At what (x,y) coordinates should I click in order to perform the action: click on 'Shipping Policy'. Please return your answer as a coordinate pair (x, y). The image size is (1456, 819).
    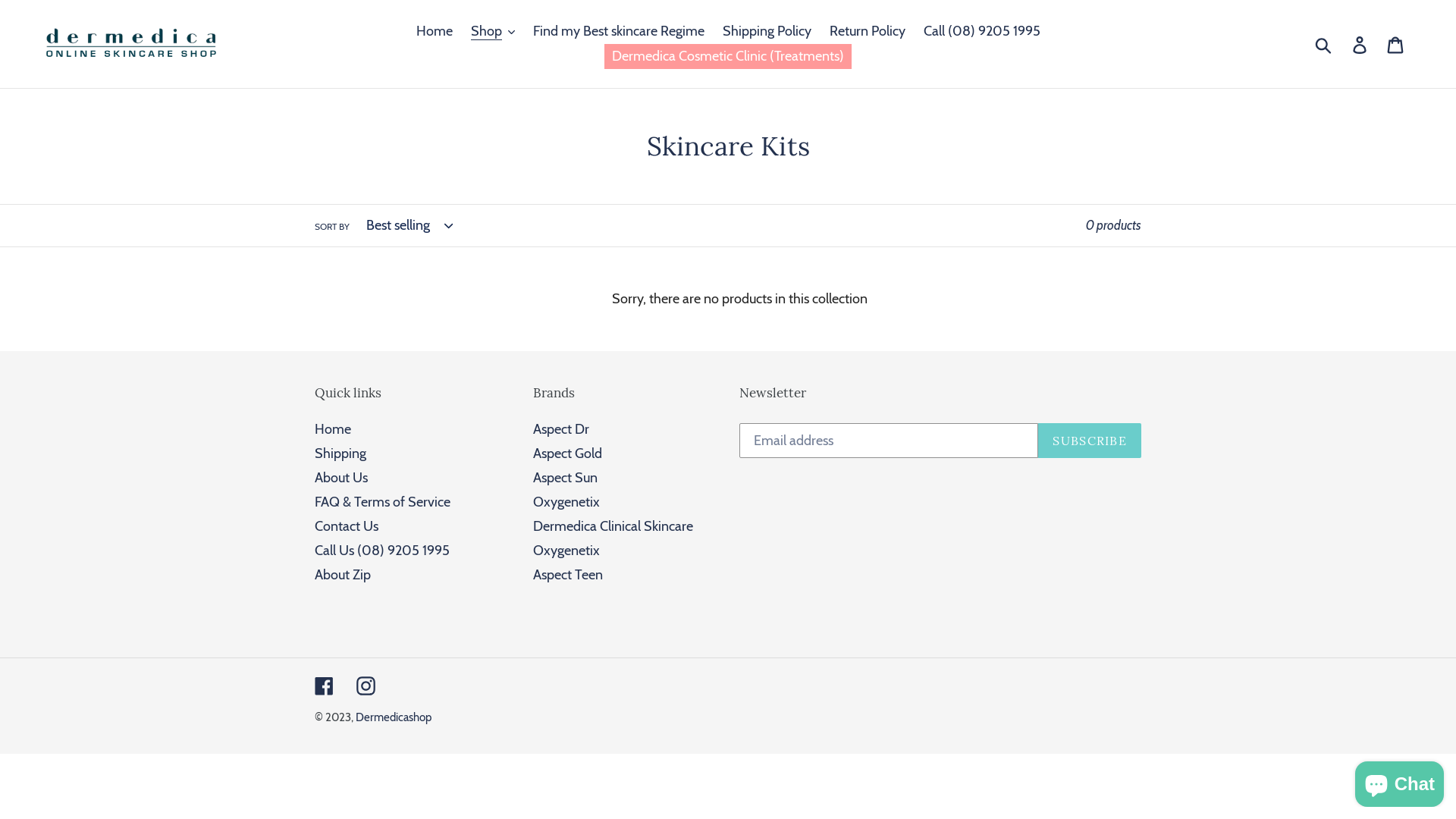
    Looking at the image, I should click on (766, 31).